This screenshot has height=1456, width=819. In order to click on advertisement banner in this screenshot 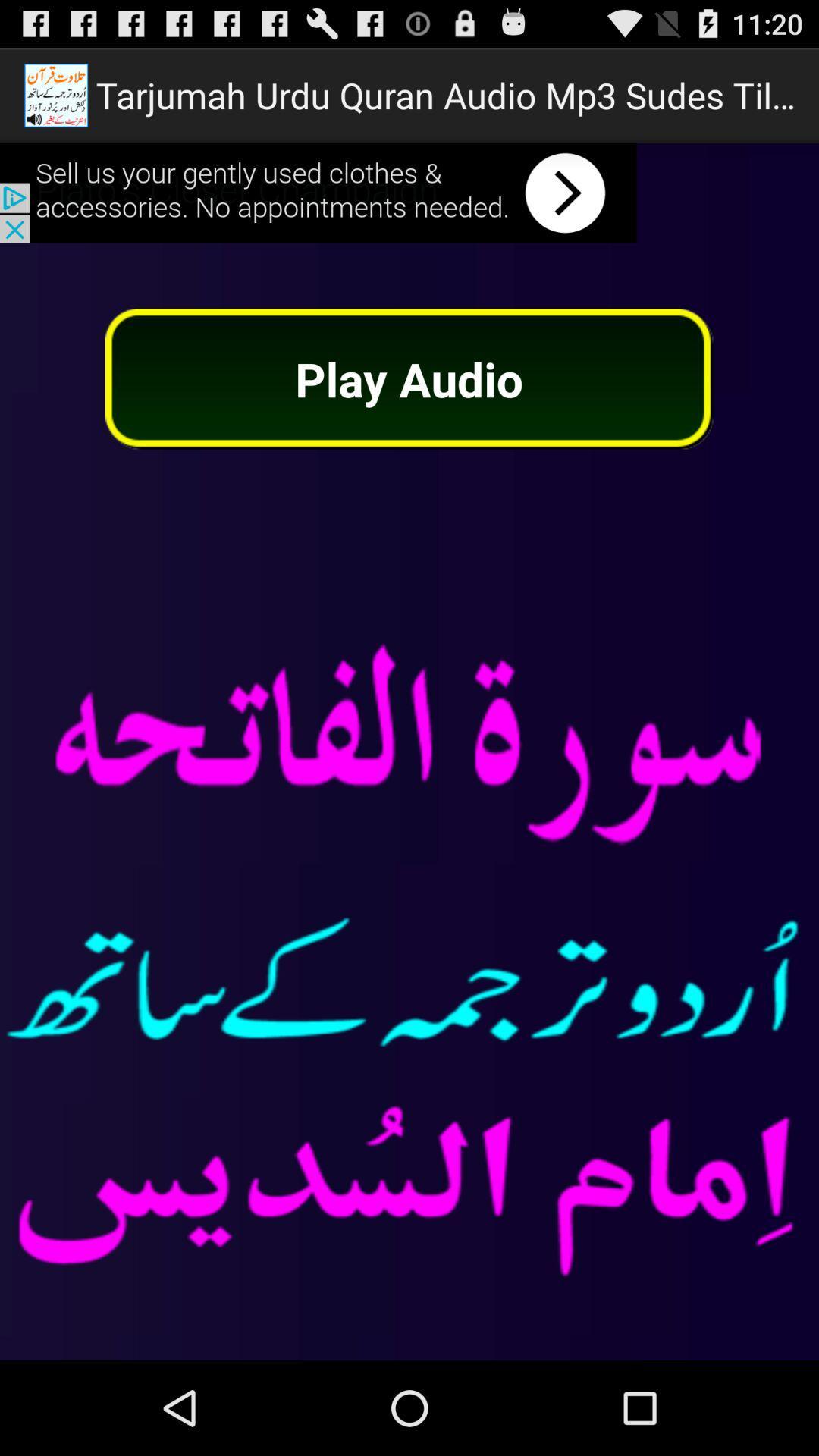, I will do `click(318, 192)`.